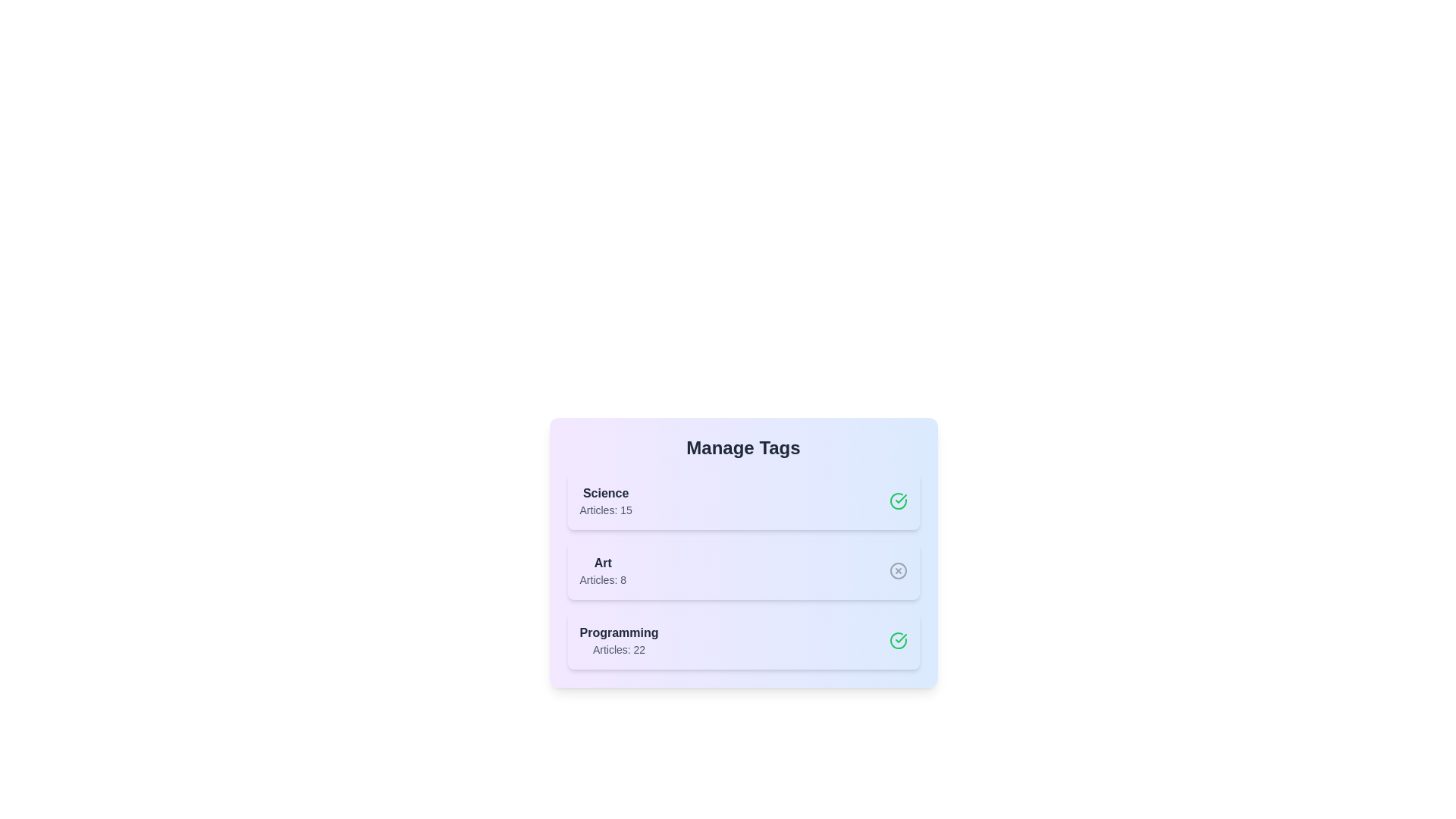  Describe the element at coordinates (743, 640) in the screenshot. I see `the tag labeled Programming` at that location.